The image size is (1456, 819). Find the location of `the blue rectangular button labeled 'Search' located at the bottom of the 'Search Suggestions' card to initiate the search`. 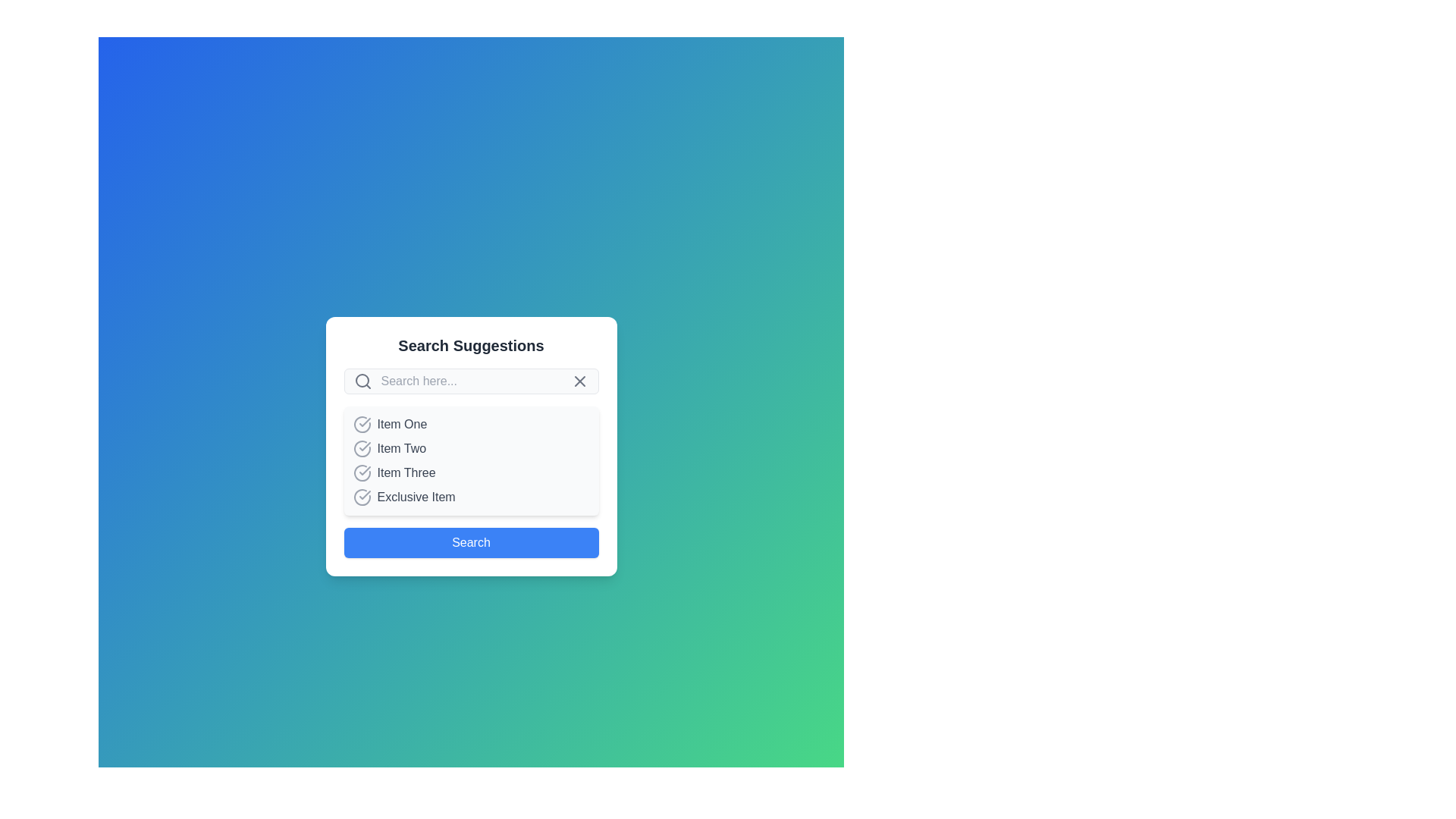

the blue rectangular button labeled 'Search' located at the bottom of the 'Search Suggestions' card to initiate the search is located at coordinates (470, 542).